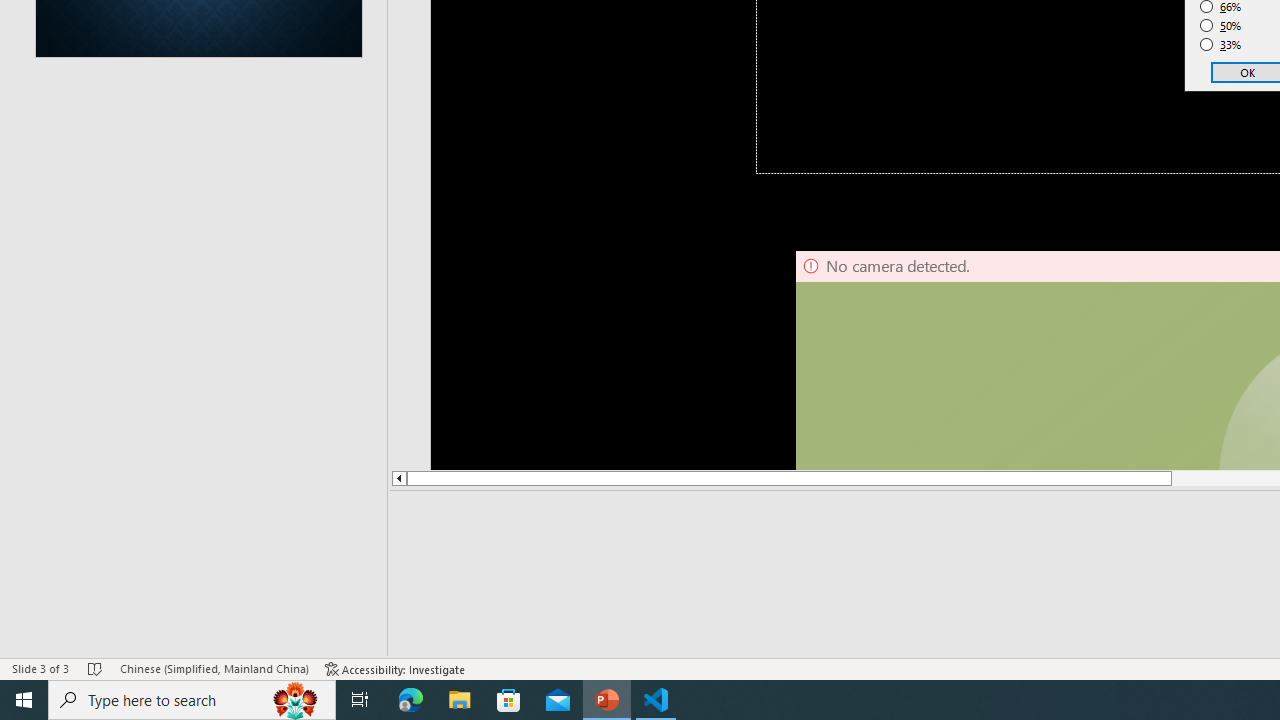 The height and width of the screenshot is (720, 1280). What do you see at coordinates (410, 698) in the screenshot?
I see `'Microsoft Edge'` at bounding box center [410, 698].